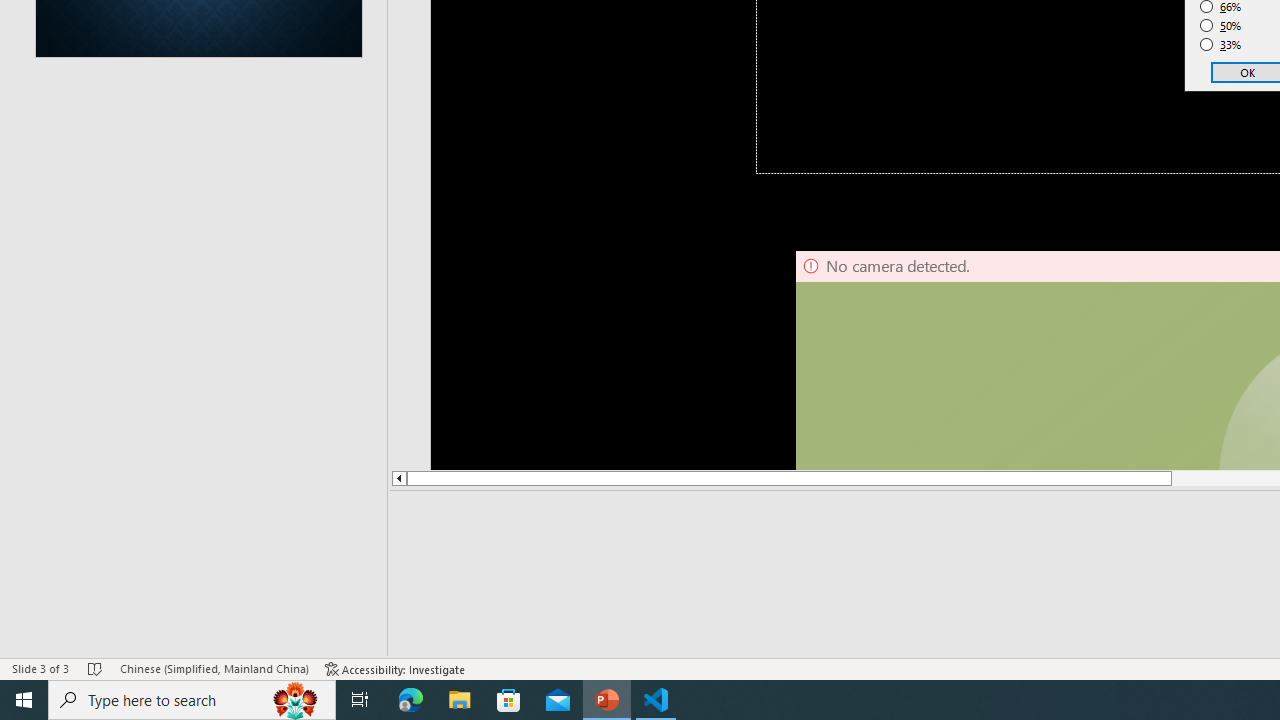 The height and width of the screenshot is (720, 1280). What do you see at coordinates (410, 698) in the screenshot?
I see `'Microsoft Edge'` at bounding box center [410, 698].